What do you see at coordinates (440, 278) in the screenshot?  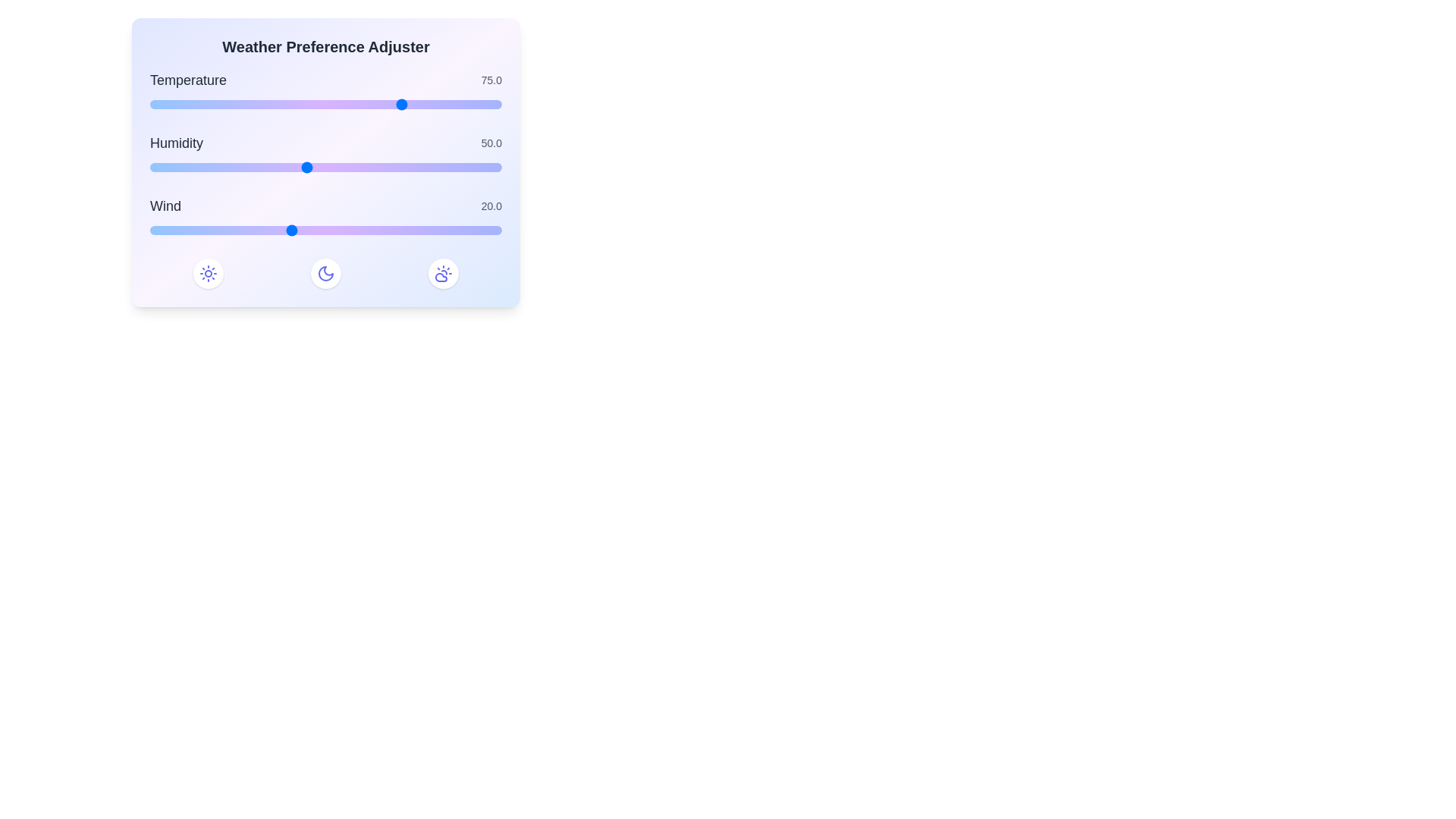 I see `the cloud icon with a circular sun, located in the bottom row of weather-themed icons, specifically the third icon from the left` at bounding box center [440, 278].